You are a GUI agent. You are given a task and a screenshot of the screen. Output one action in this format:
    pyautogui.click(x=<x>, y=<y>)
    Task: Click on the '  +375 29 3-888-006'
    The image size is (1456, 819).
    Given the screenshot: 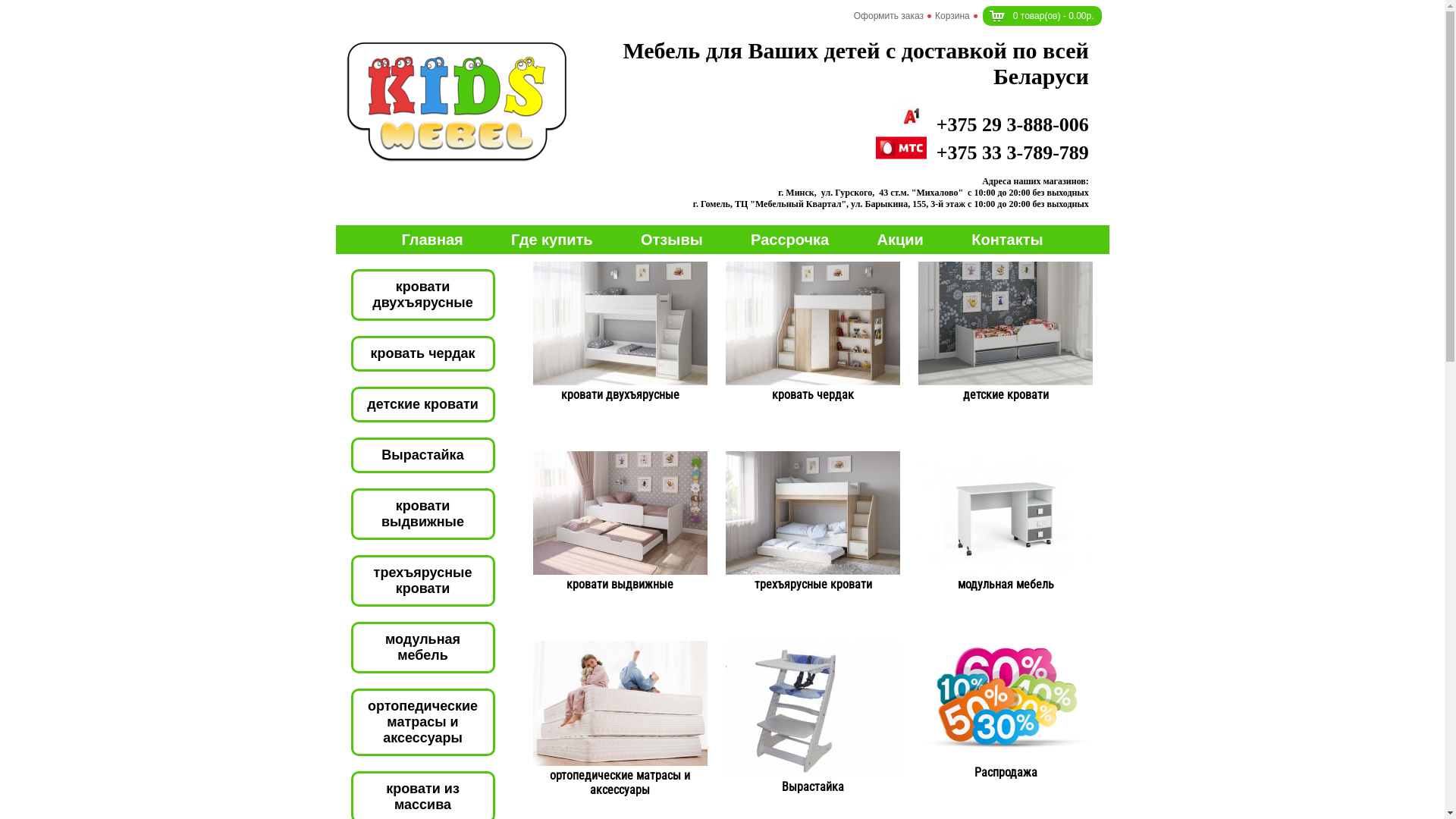 What is the action you would take?
    pyautogui.click(x=993, y=124)
    